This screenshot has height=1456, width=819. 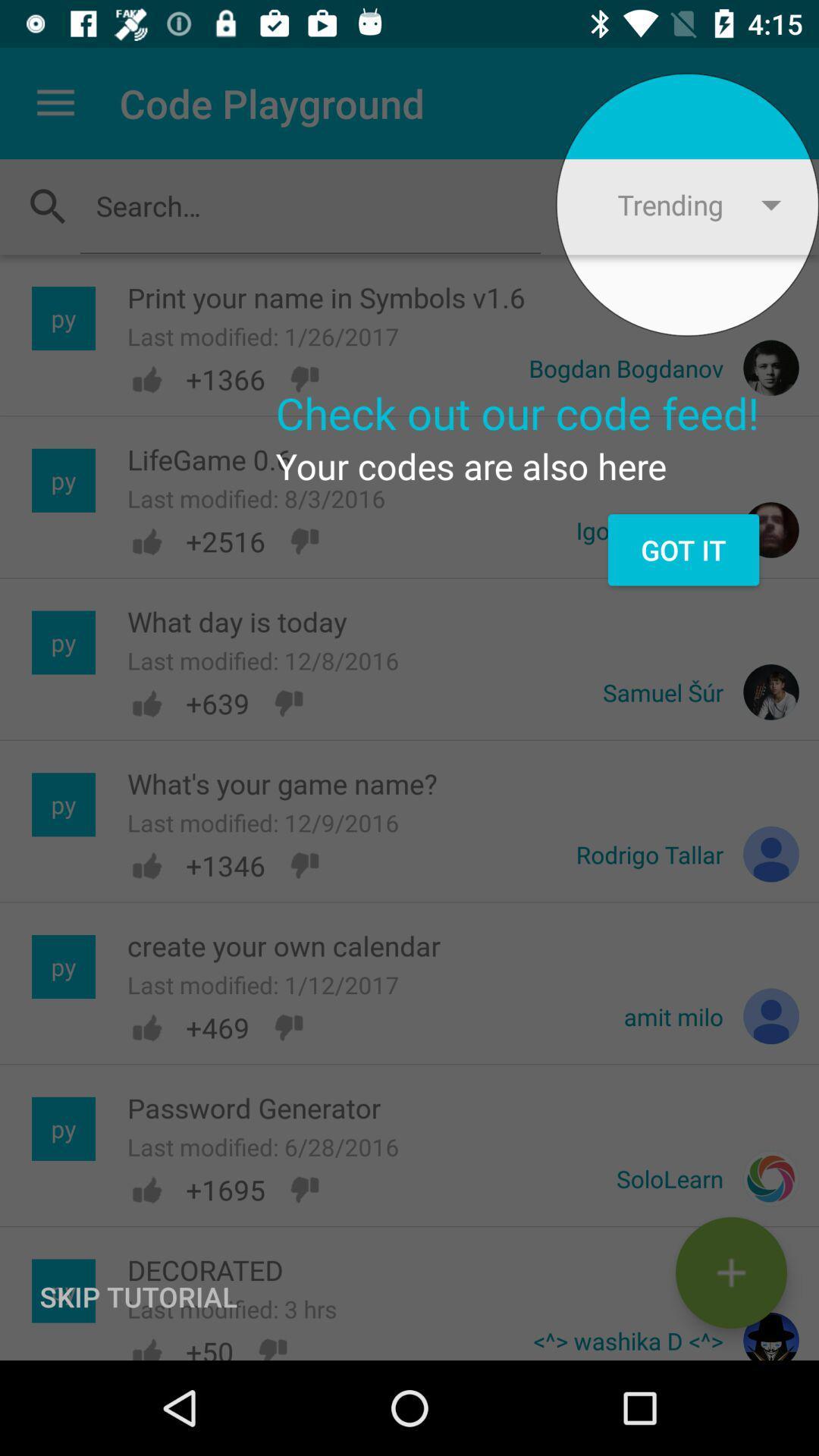 What do you see at coordinates (309, 205) in the screenshot?
I see `click search box` at bounding box center [309, 205].